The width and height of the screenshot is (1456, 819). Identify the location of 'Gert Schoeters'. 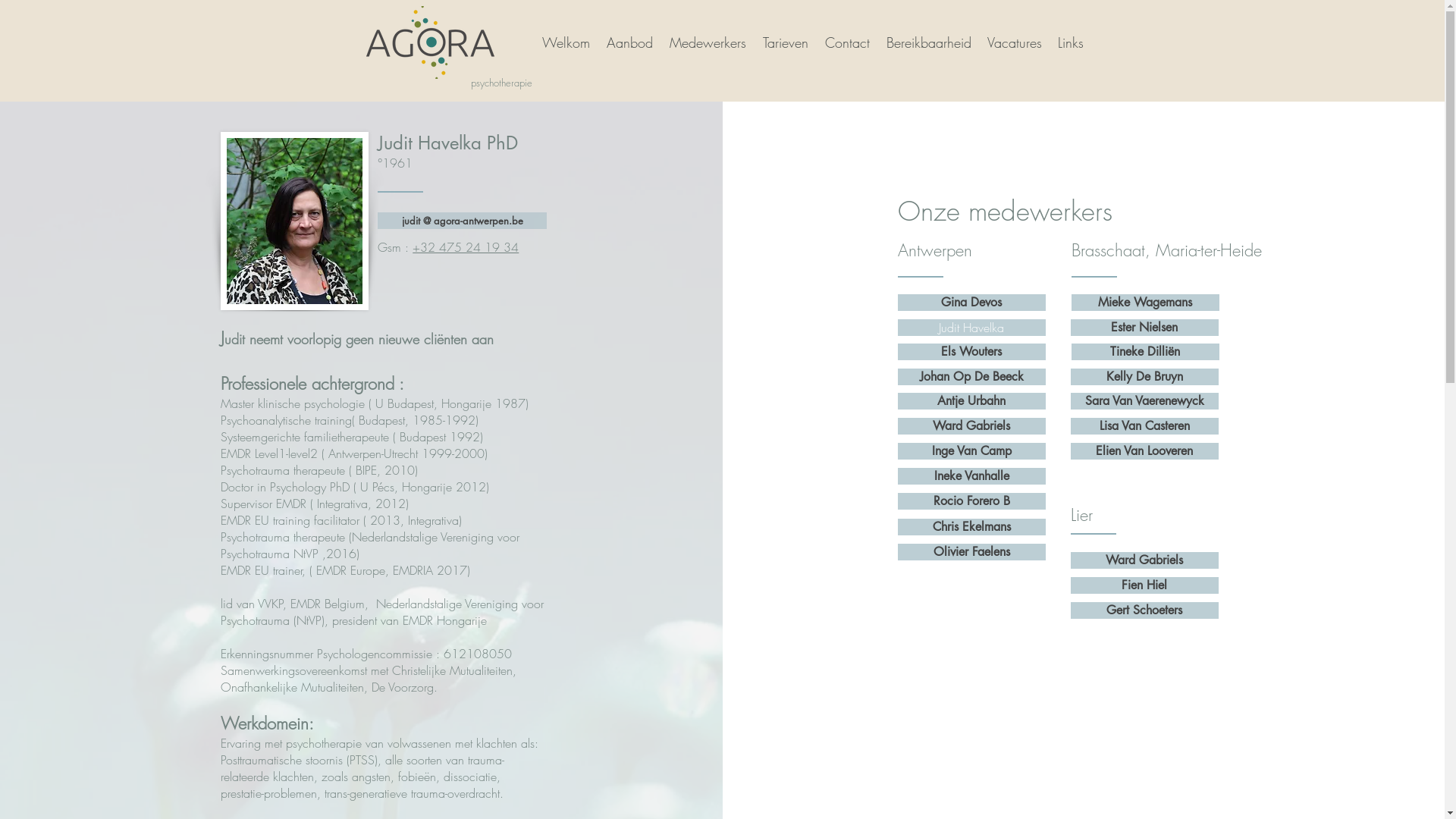
(1144, 610).